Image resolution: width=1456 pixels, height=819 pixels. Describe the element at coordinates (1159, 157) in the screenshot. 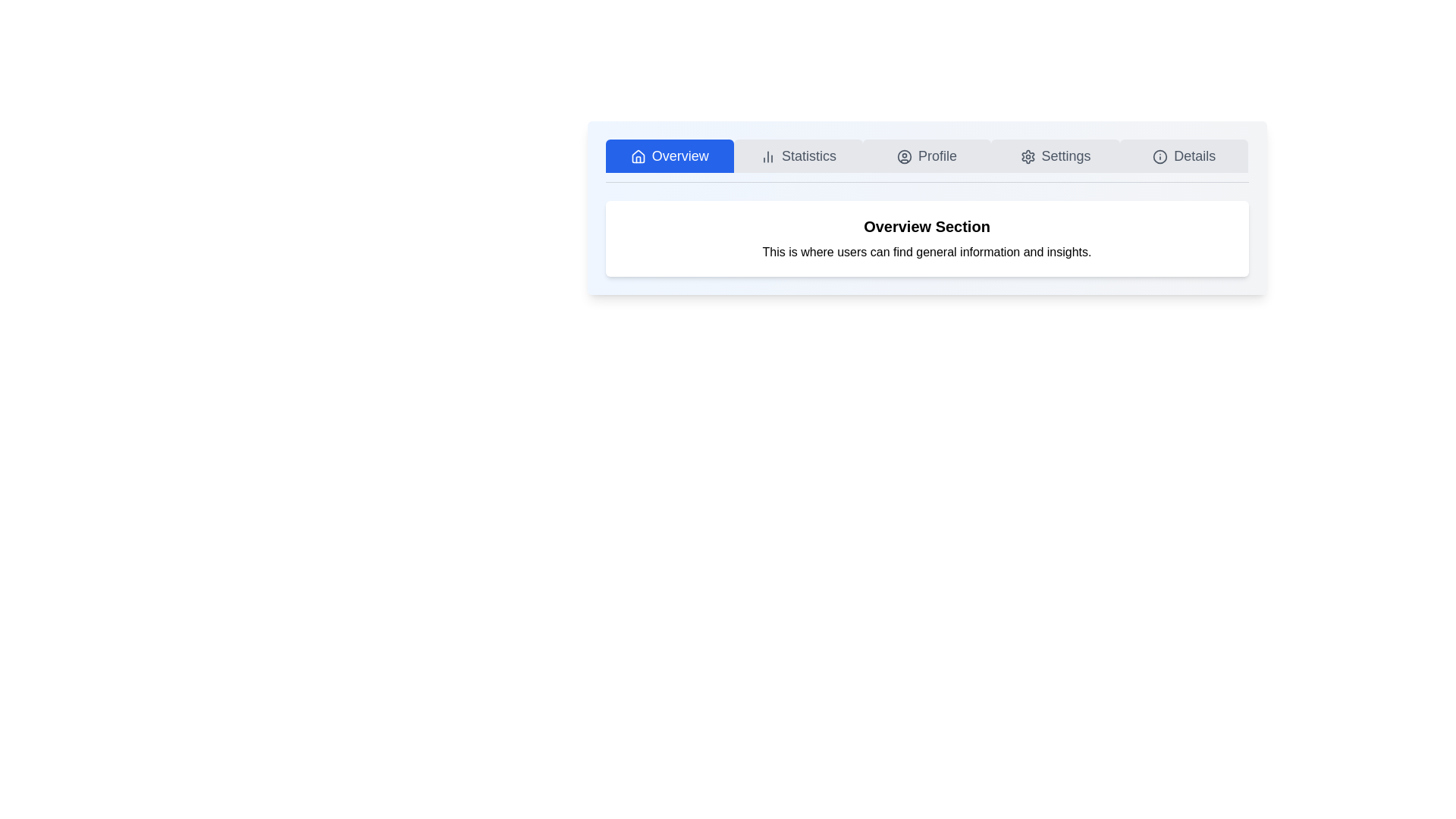

I see `the icon located to the left of the text label in the 'Details' button, which is positioned on the far right of the navigation tabs` at that location.